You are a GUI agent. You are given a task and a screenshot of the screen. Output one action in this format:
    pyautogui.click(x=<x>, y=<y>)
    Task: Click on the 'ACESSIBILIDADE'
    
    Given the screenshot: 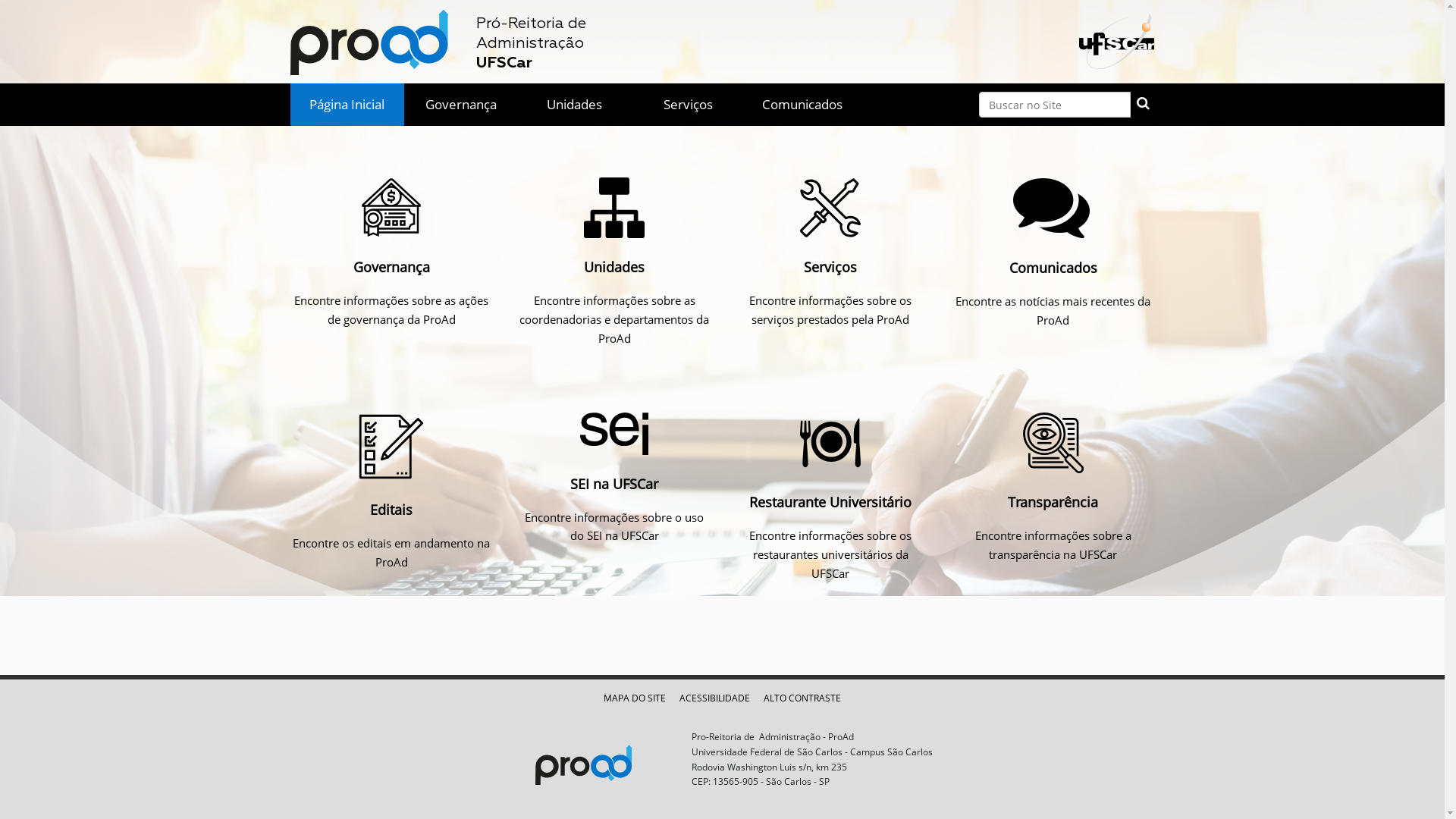 What is the action you would take?
    pyautogui.click(x=714, y=698)
    